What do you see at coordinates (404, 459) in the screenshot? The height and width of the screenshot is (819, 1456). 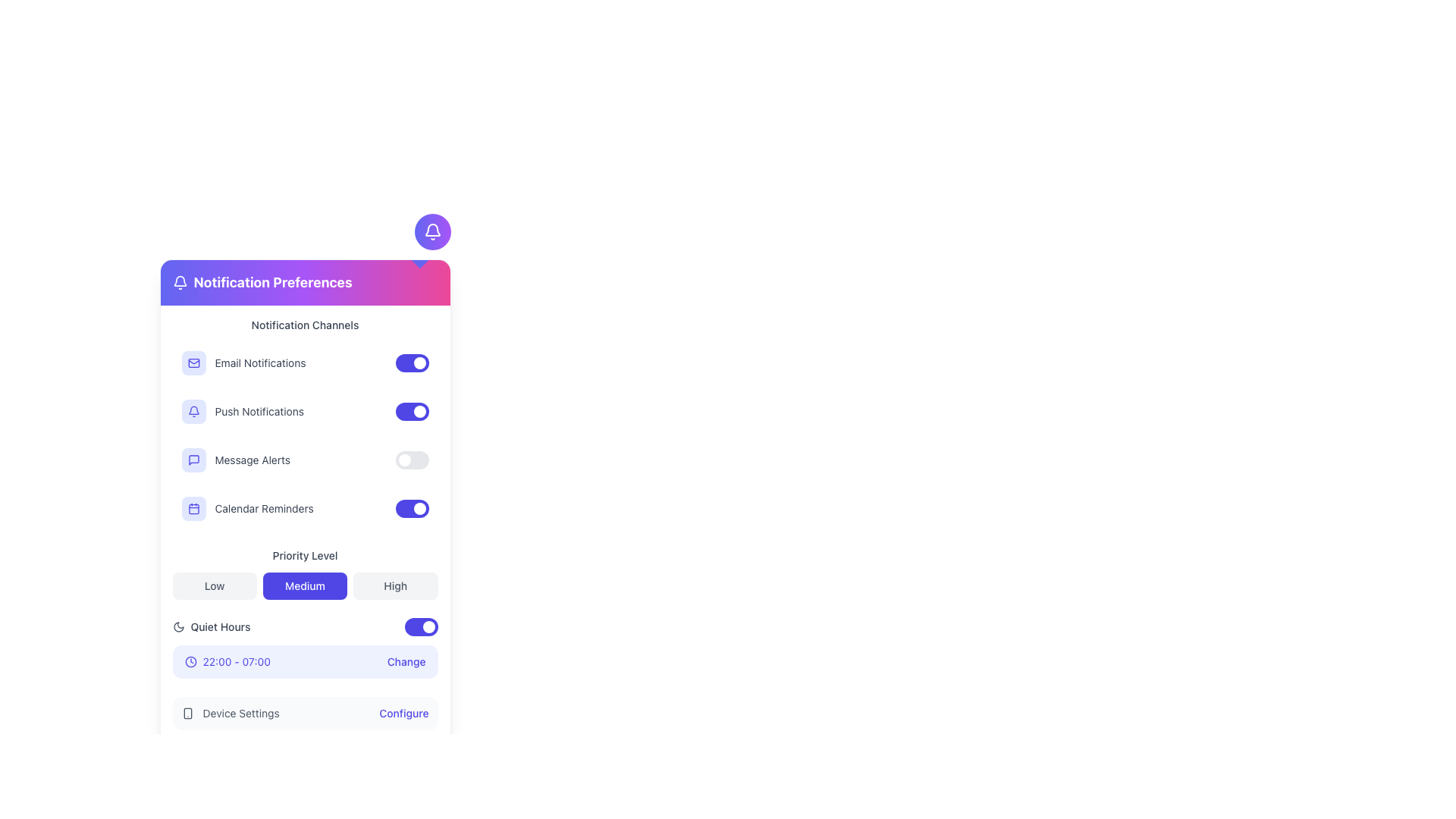 I see `the toggle switch knob for 'Message Alerts', located in the third row under 'Notification Channels' in the 'Notification Preferences' section` at bounding box center [404, 459].